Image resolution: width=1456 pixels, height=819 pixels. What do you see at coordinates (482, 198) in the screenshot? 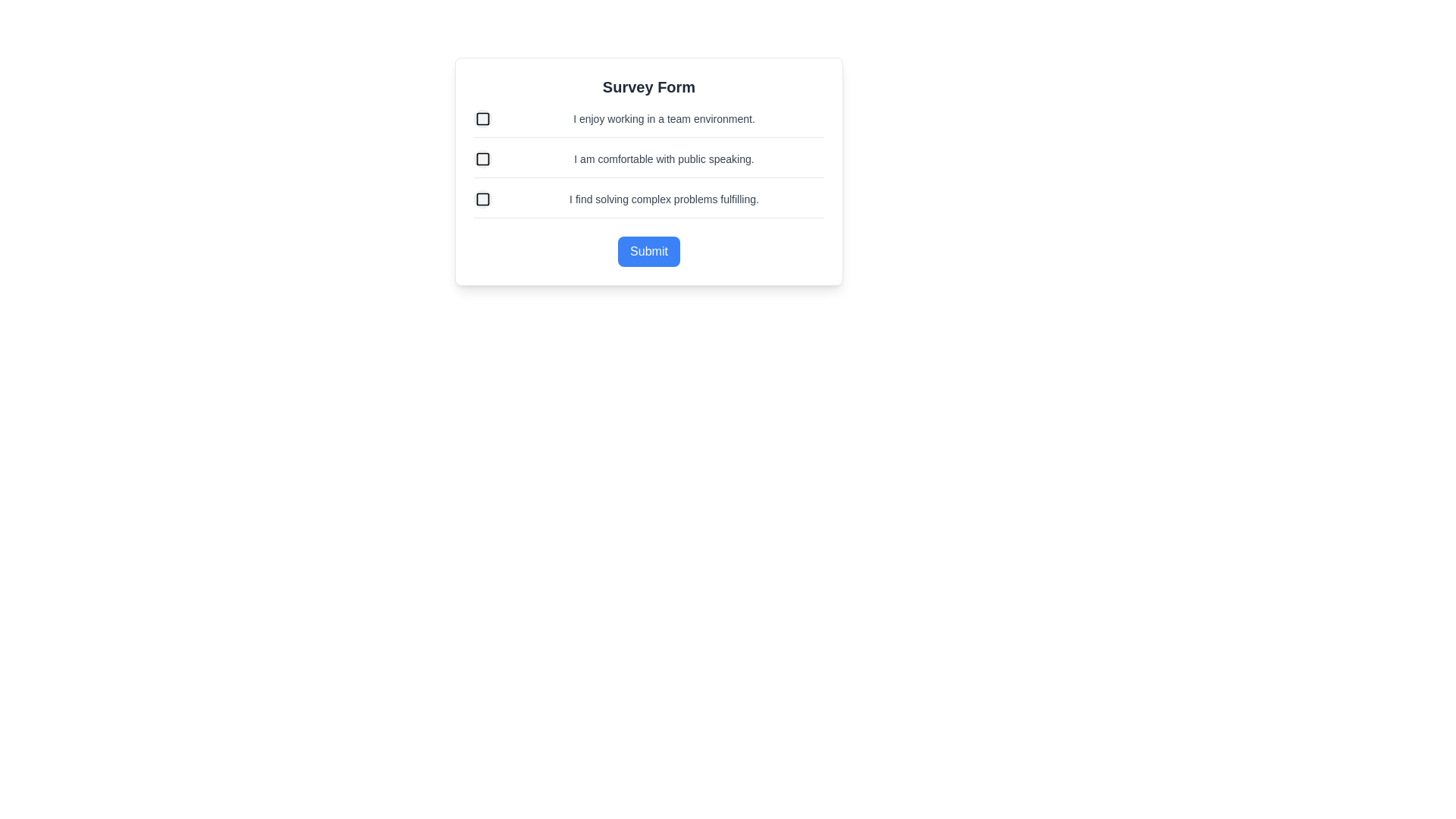
I see `the checkbox located` at bounding box center [482, 198].